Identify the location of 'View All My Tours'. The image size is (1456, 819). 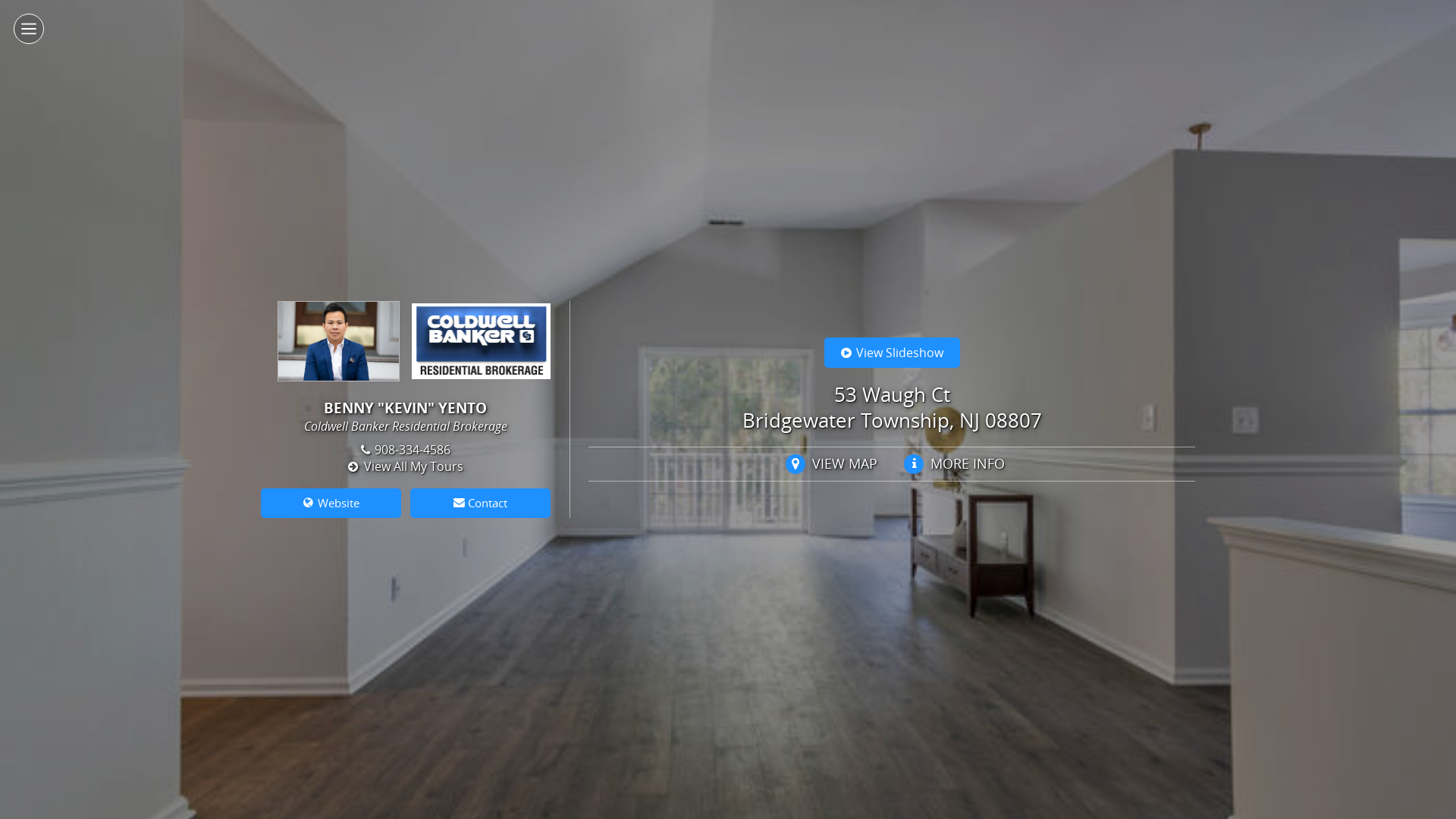
(405, 465).